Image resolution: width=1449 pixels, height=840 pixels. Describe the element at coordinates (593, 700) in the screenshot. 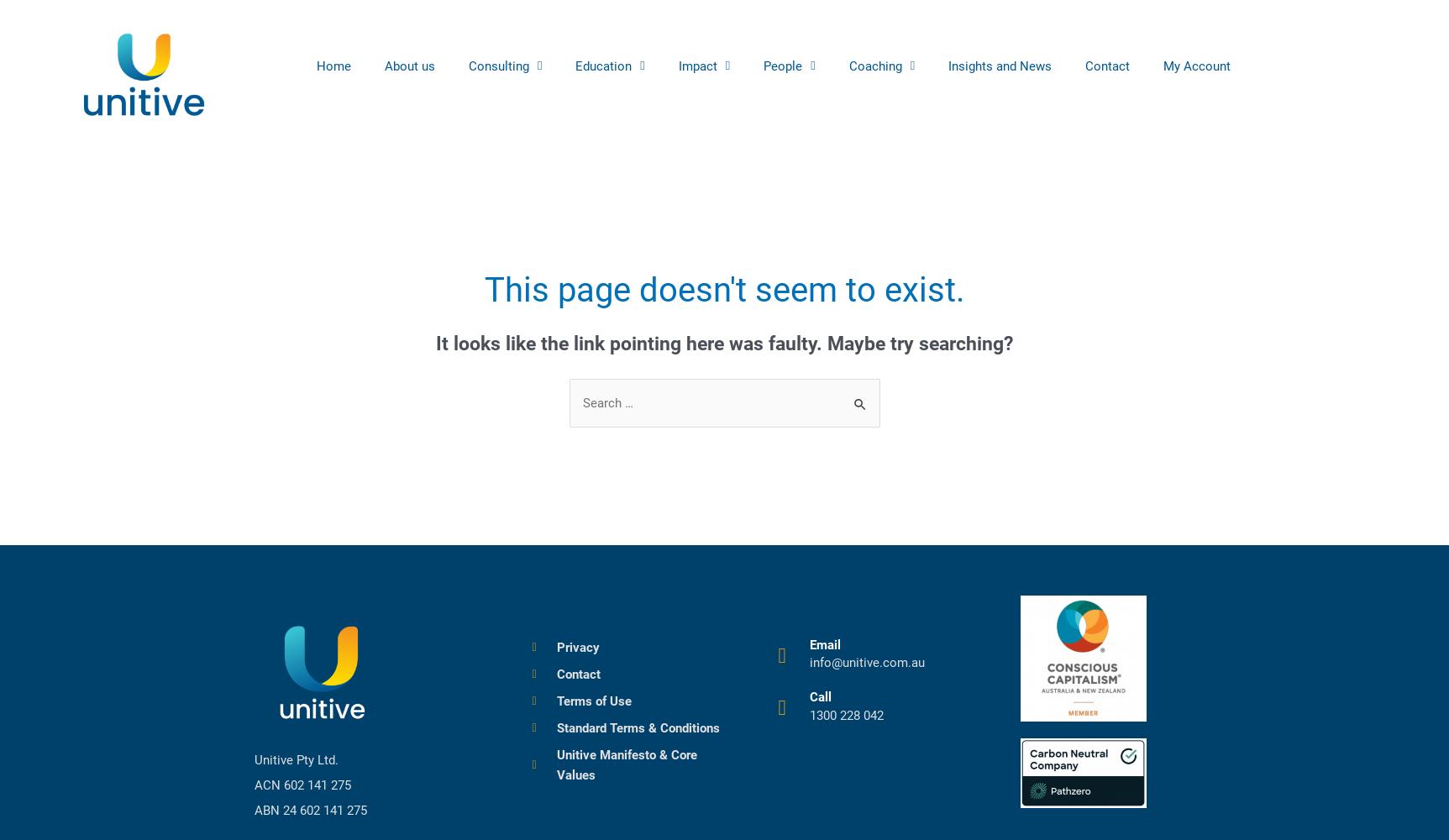

I see `'Terms of Use'` at that location.